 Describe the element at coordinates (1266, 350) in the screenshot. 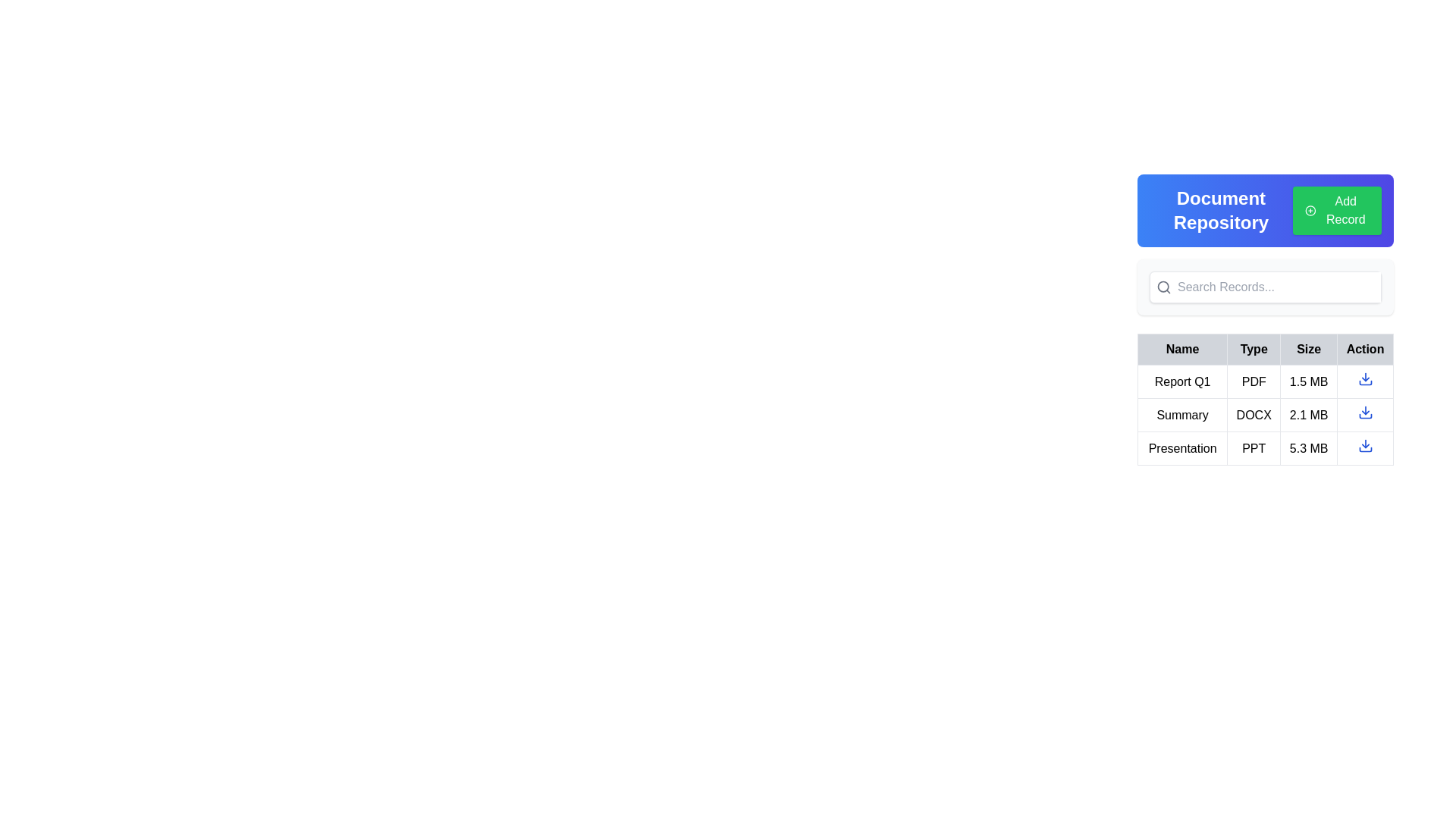

I see `the 'Type' column header in the table, which is the second column header with a light gray background and black text, positioned between 'Name' and 'Size'` at that location.